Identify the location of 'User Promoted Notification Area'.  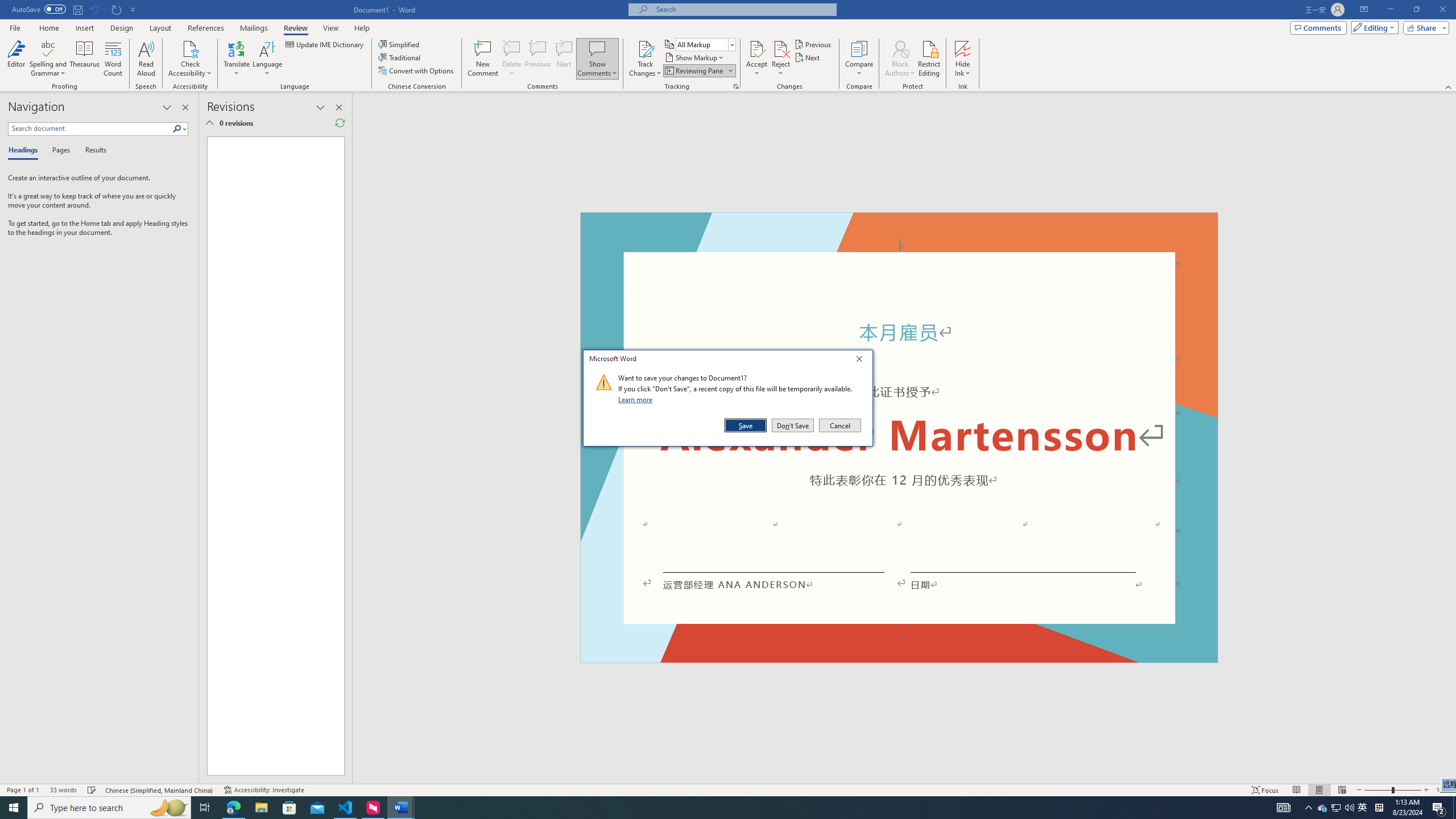
(1336, 806).